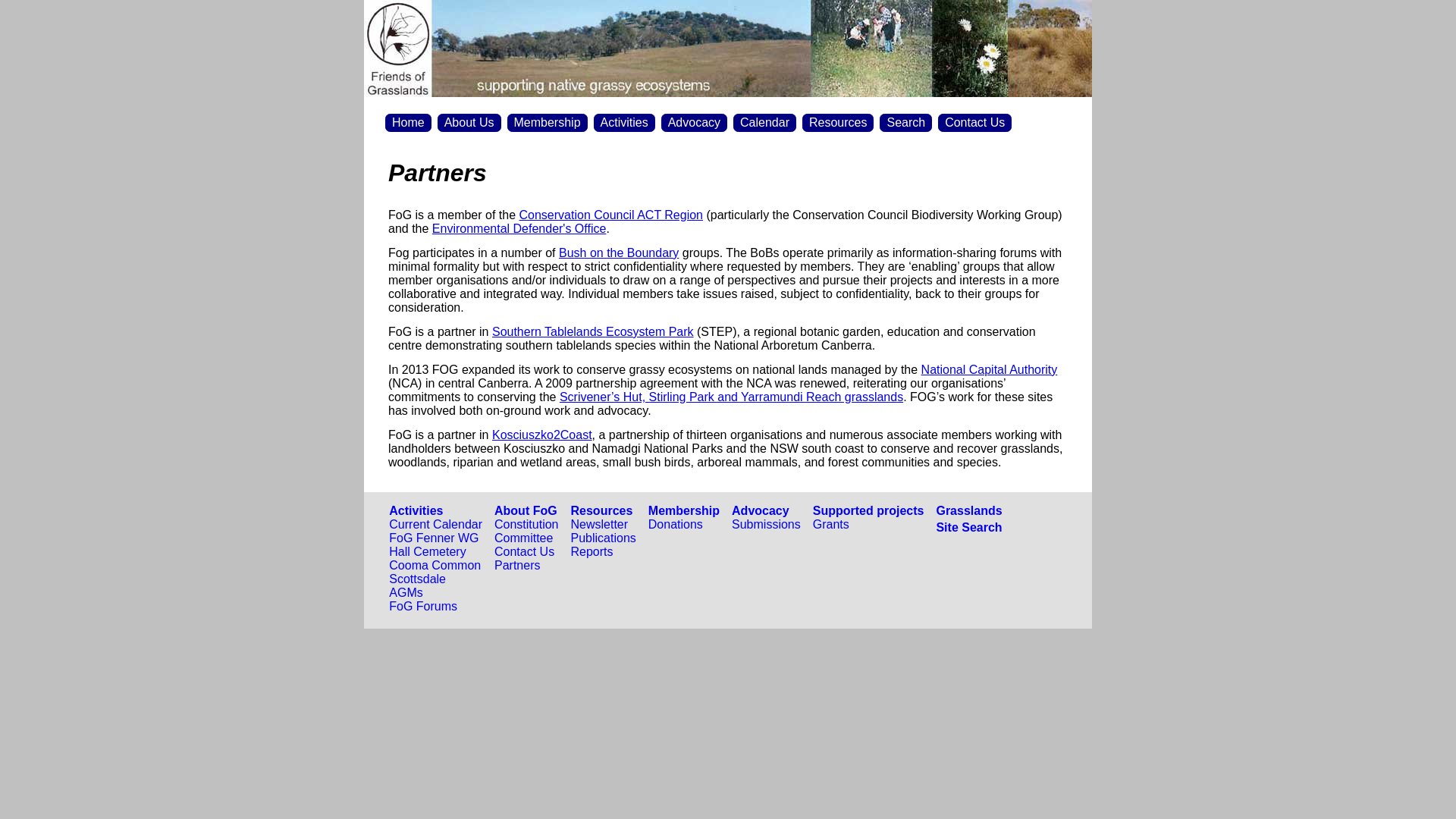  Describe the element at coordinates (519, 228) in the screenshot. I see `'Environmental Defender's Office'` at that location.